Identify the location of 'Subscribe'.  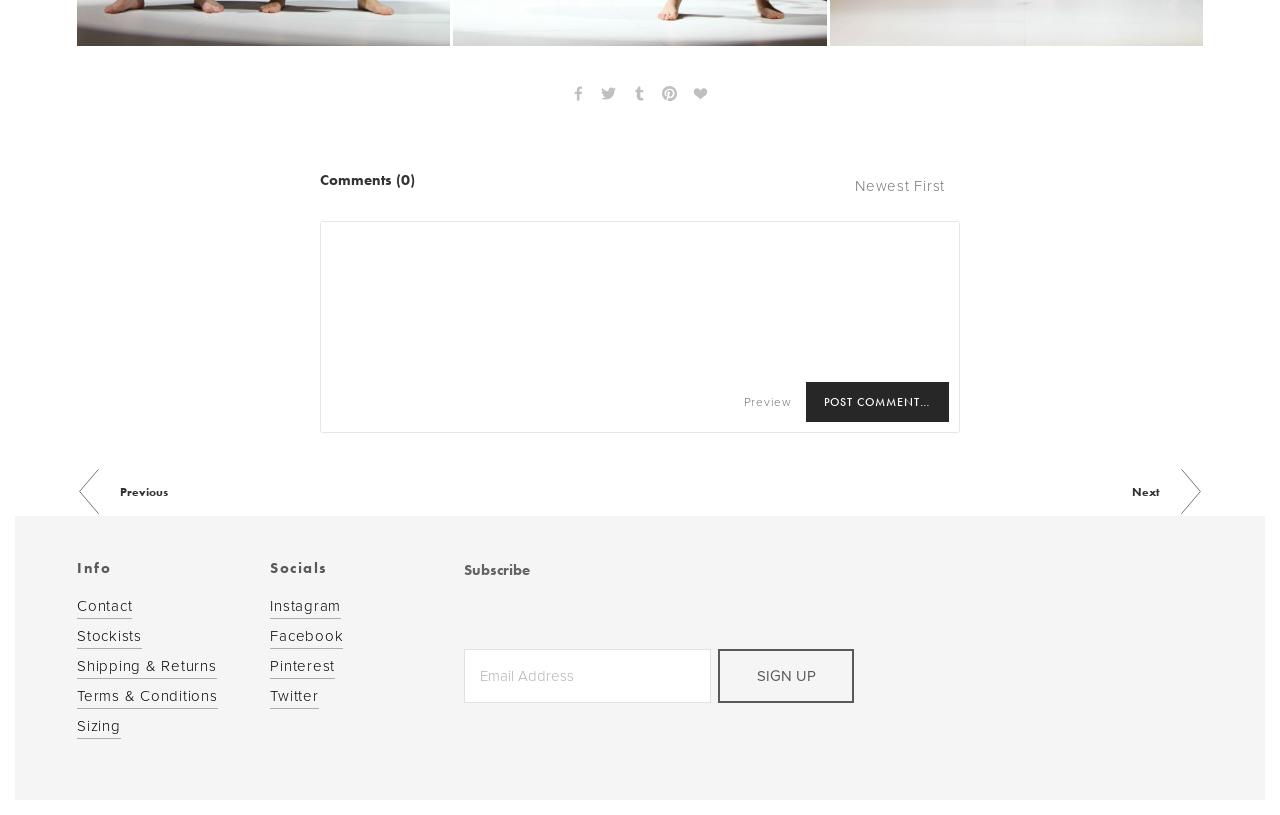
(496, 568).